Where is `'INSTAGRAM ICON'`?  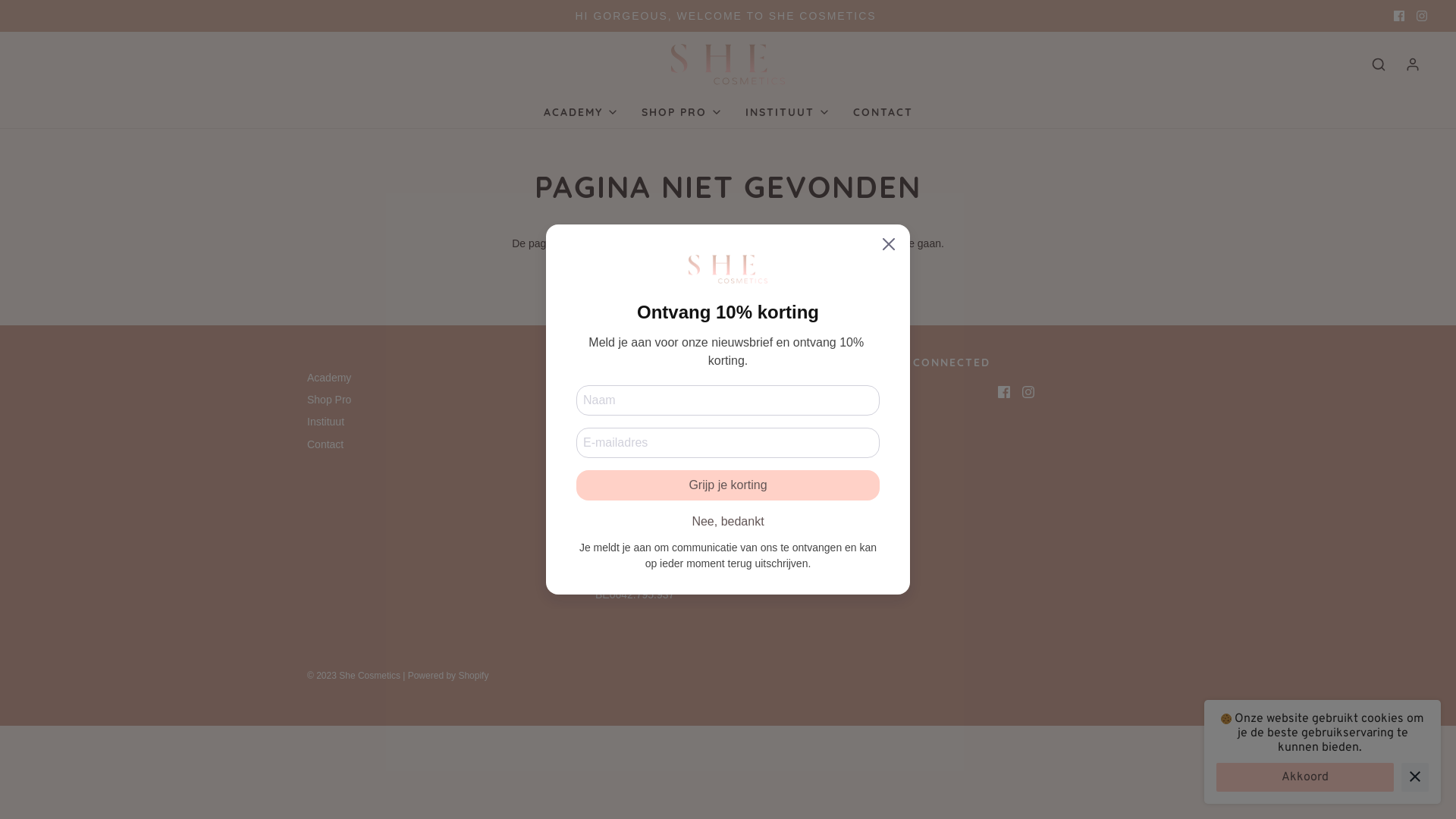 'INSTAGRAM ICON' is located at coordinates (1421, 15).